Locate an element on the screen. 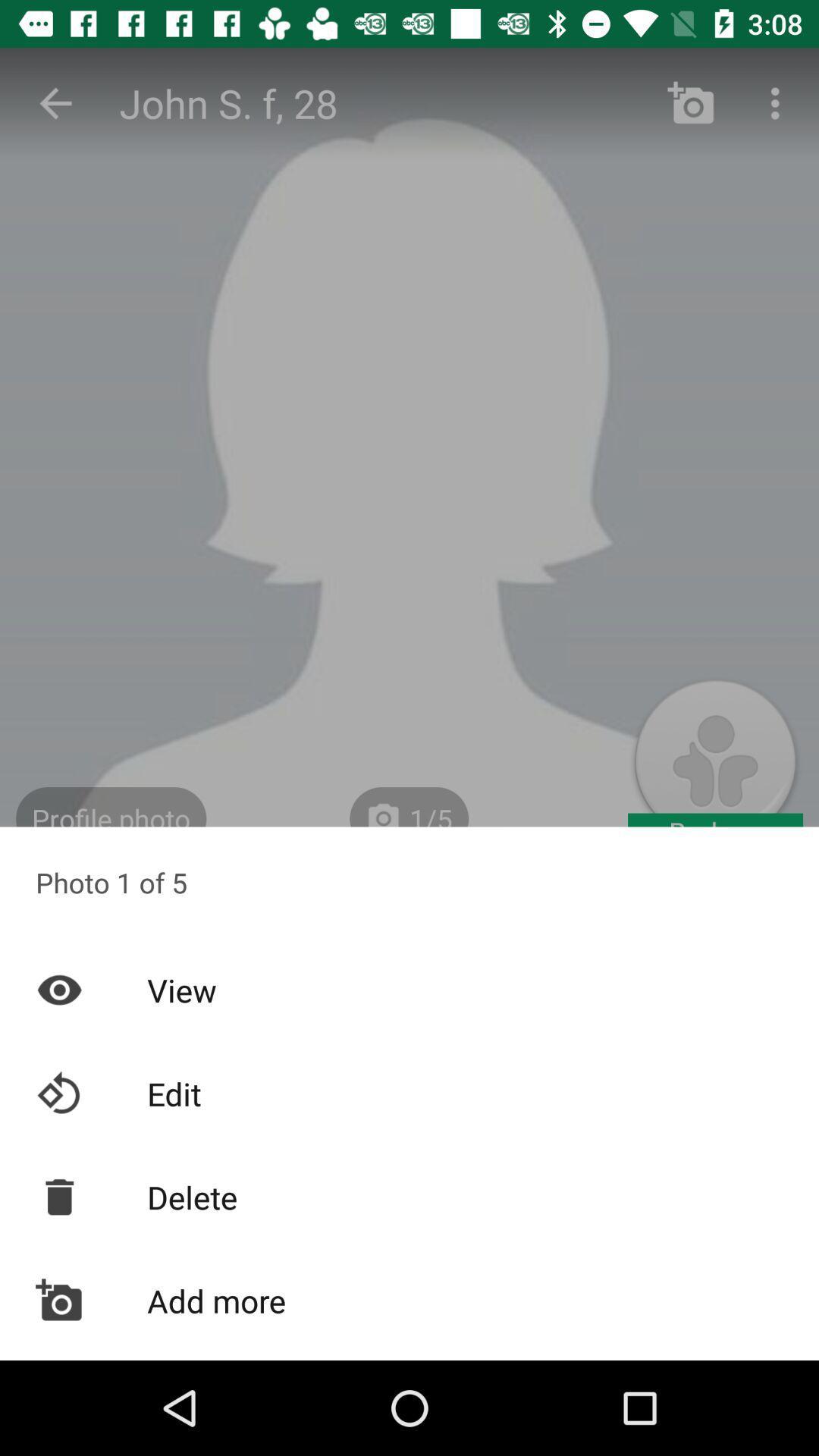 The image size is (819, 1456). the item below the view item is located at coordinates (409, 1094).